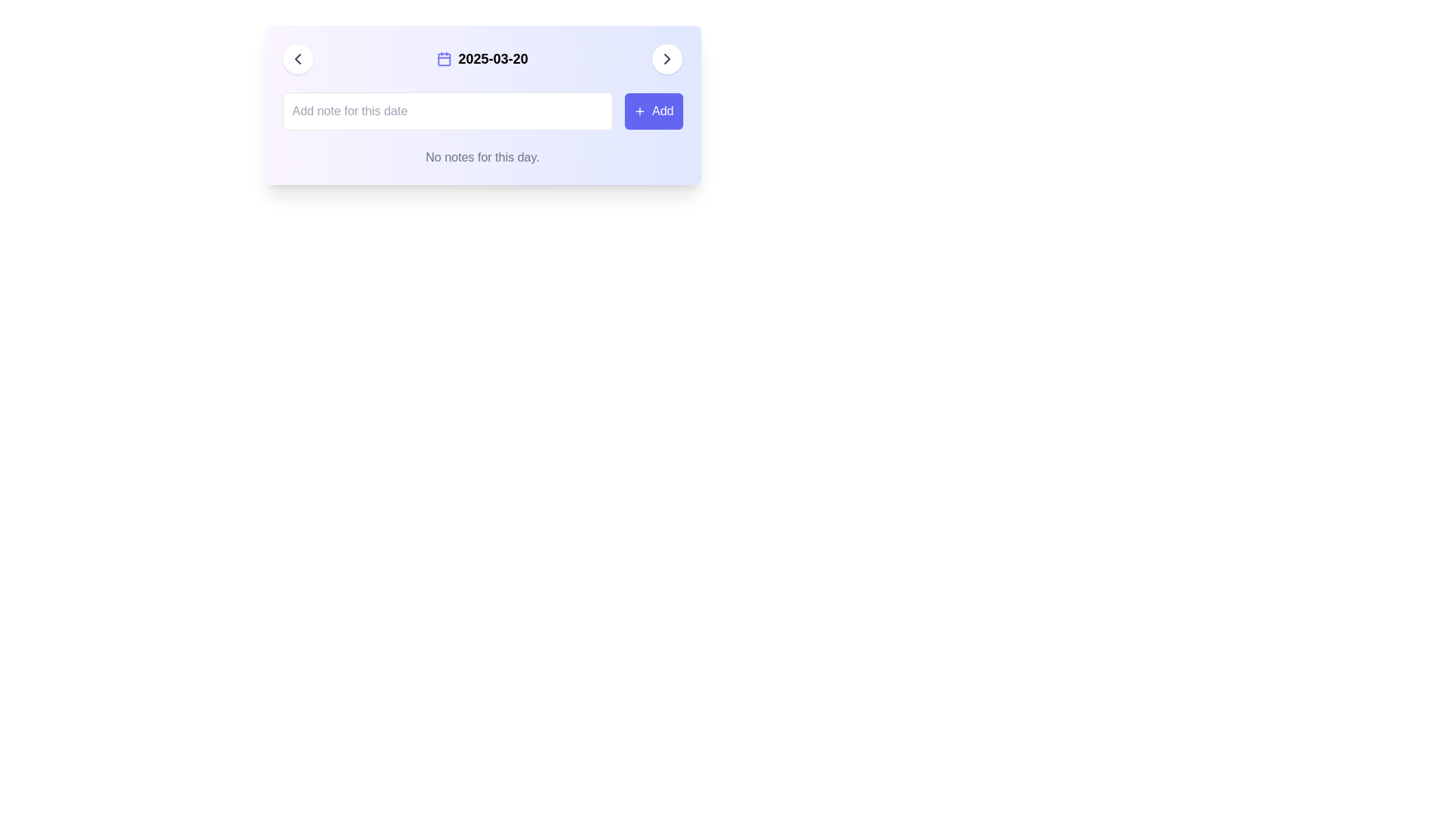  Describe the element at coordinates (640, 110) in the screenshot. I see `the 'Add' button located at the upper-right section of the form-like area` at that location.